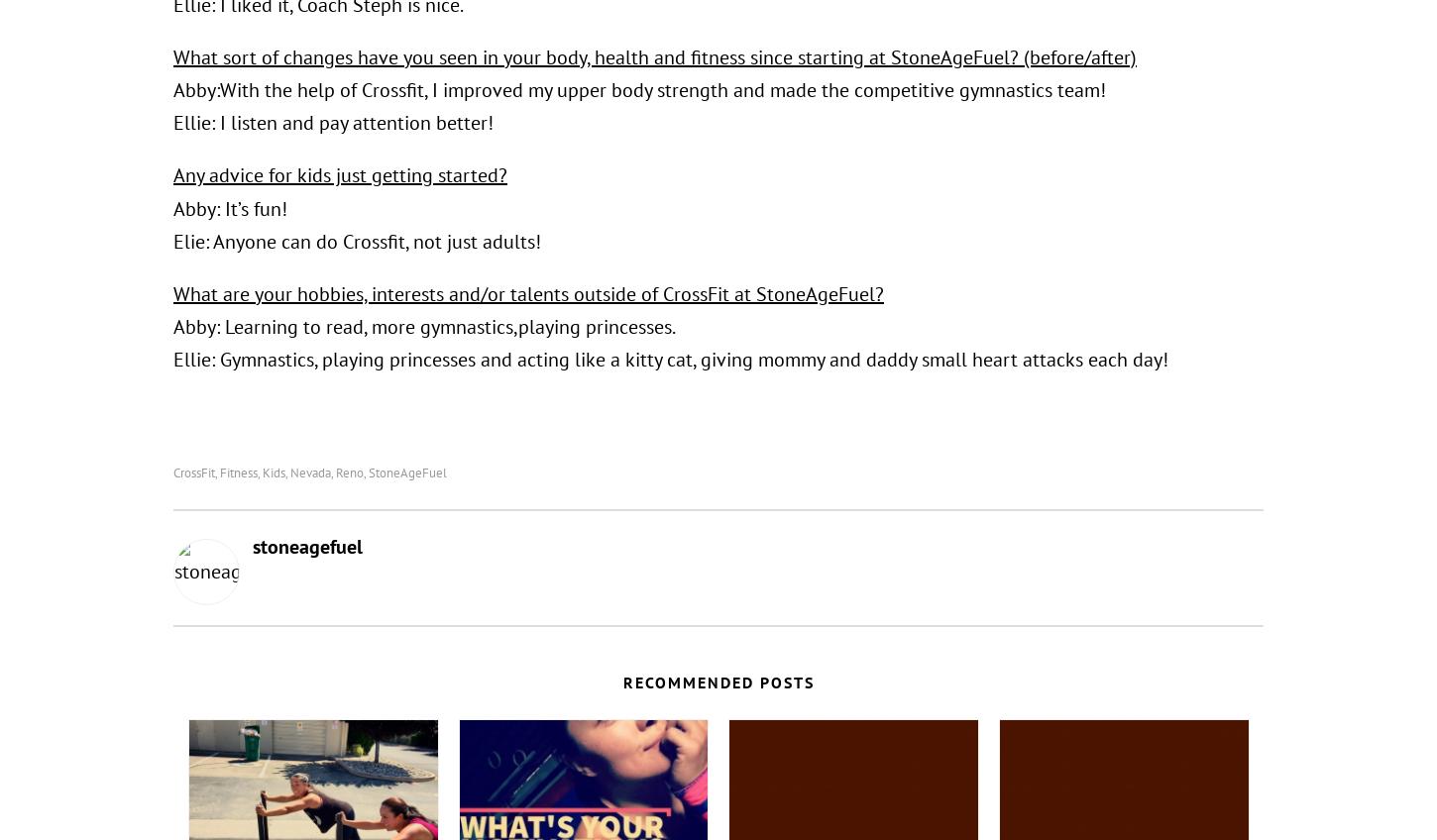  Describe the element at coordinates (229, 207) in the screenshot. I see `'Abby: It’s fun!'` at that location.